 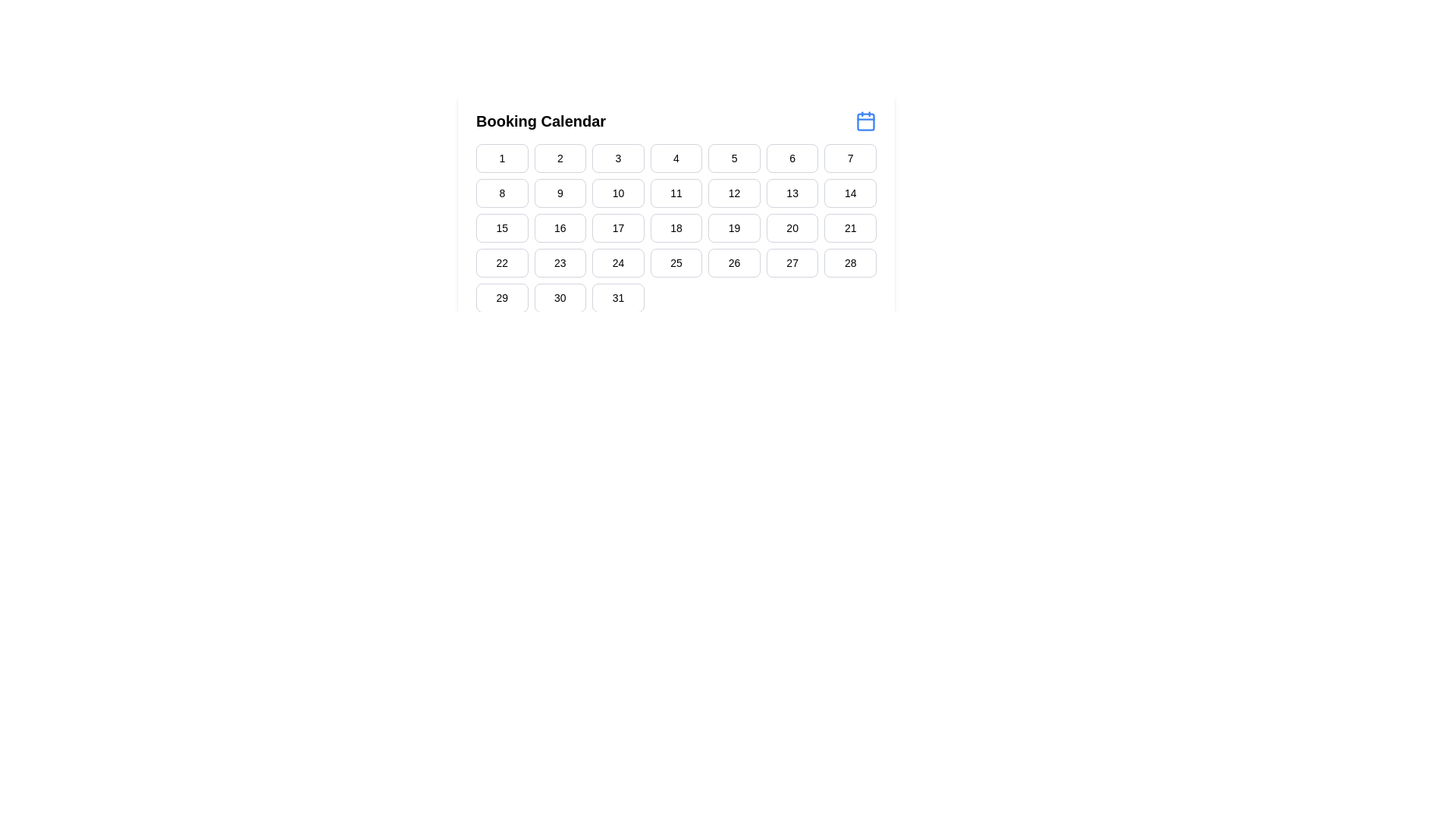 What do you see at coordinates (618, 227) in the screenshot?
I see `the button labeled '17'` at bounding box center [618, 227].